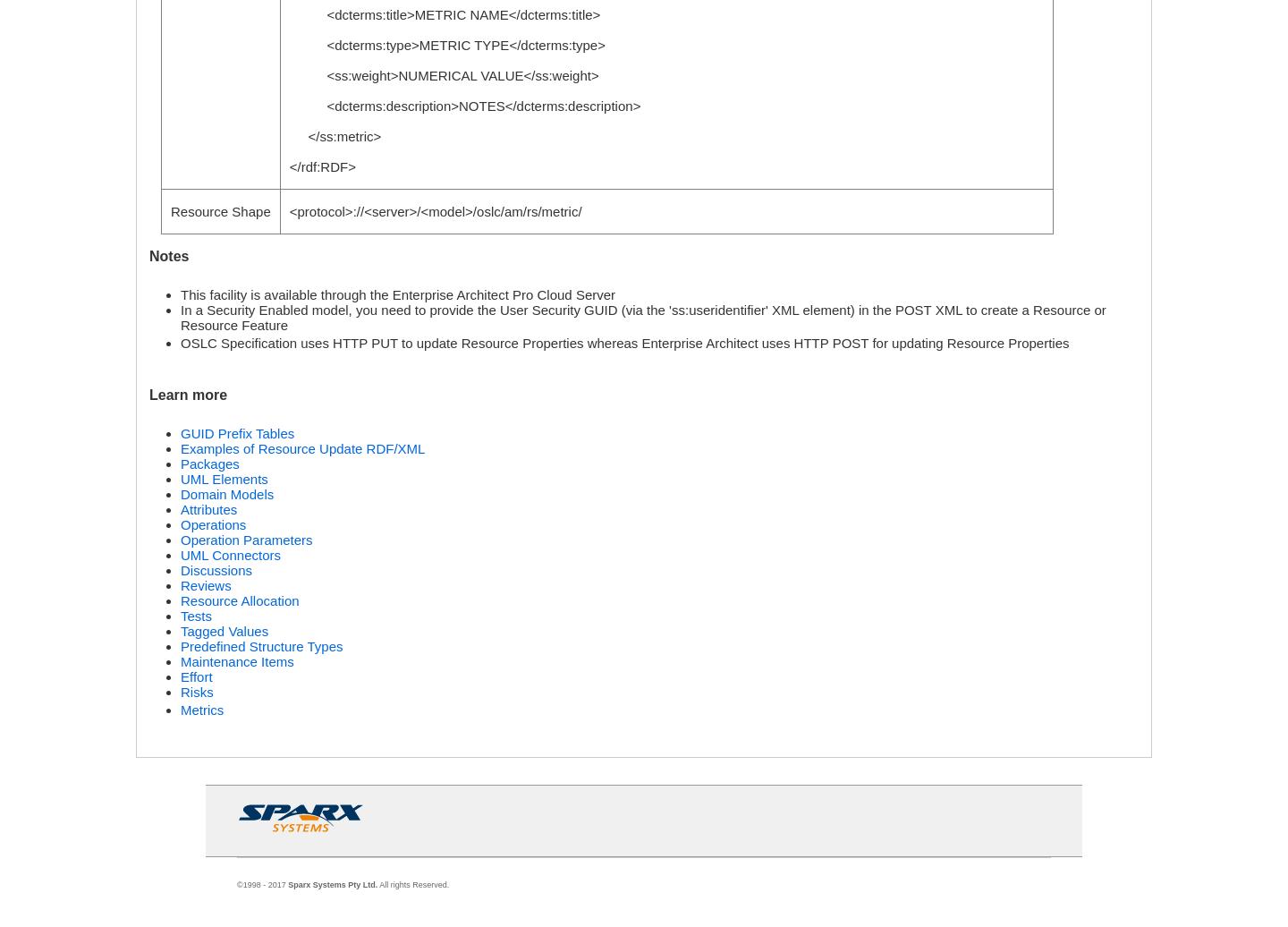 The height and width of the screenshot is (927, 1288). Describe the element at coordinates (288, 211) in the screenshot. I see `'<protocol>://<server>/<model>/oslc/am/rs/metric/'` at that location.